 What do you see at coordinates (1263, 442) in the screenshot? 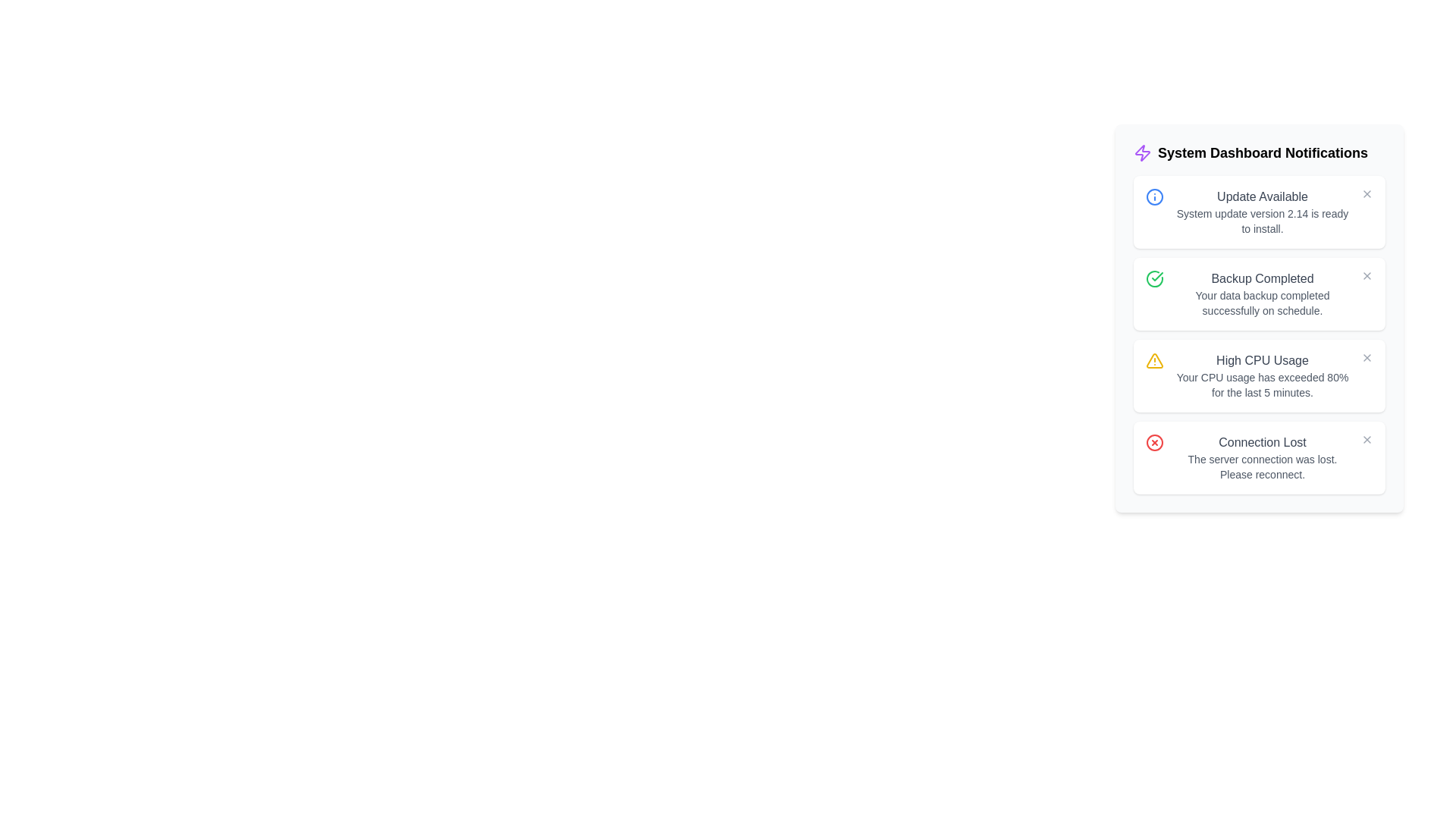
I see `the 'Connection Lost' text label, which is prominently displayed within the alert panel, located to the right of a red 'X' icon` at bounding box center [1263, 442].